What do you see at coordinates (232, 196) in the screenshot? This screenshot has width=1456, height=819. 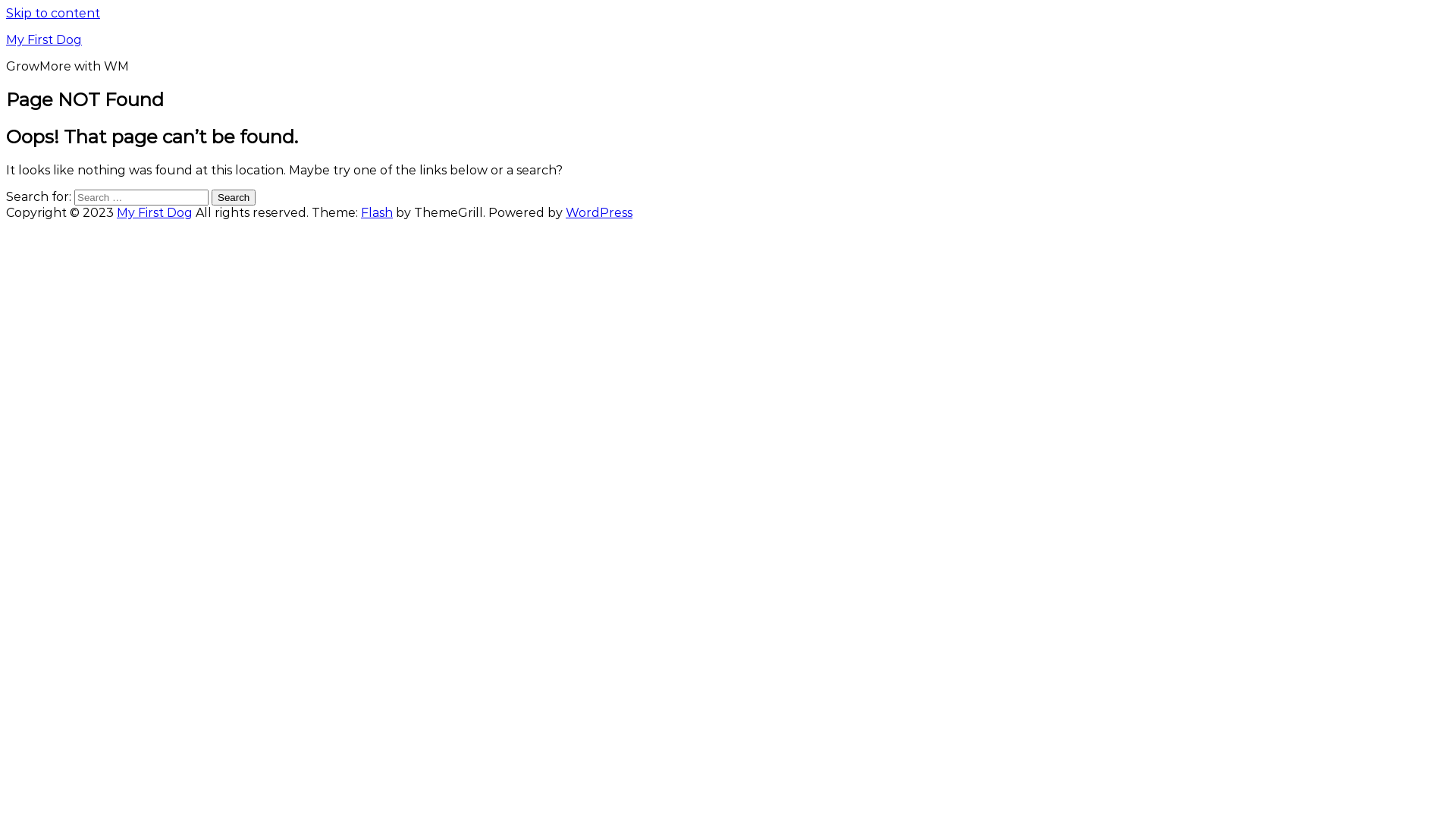 I see `'Search'` at bounding box center [232, 196].